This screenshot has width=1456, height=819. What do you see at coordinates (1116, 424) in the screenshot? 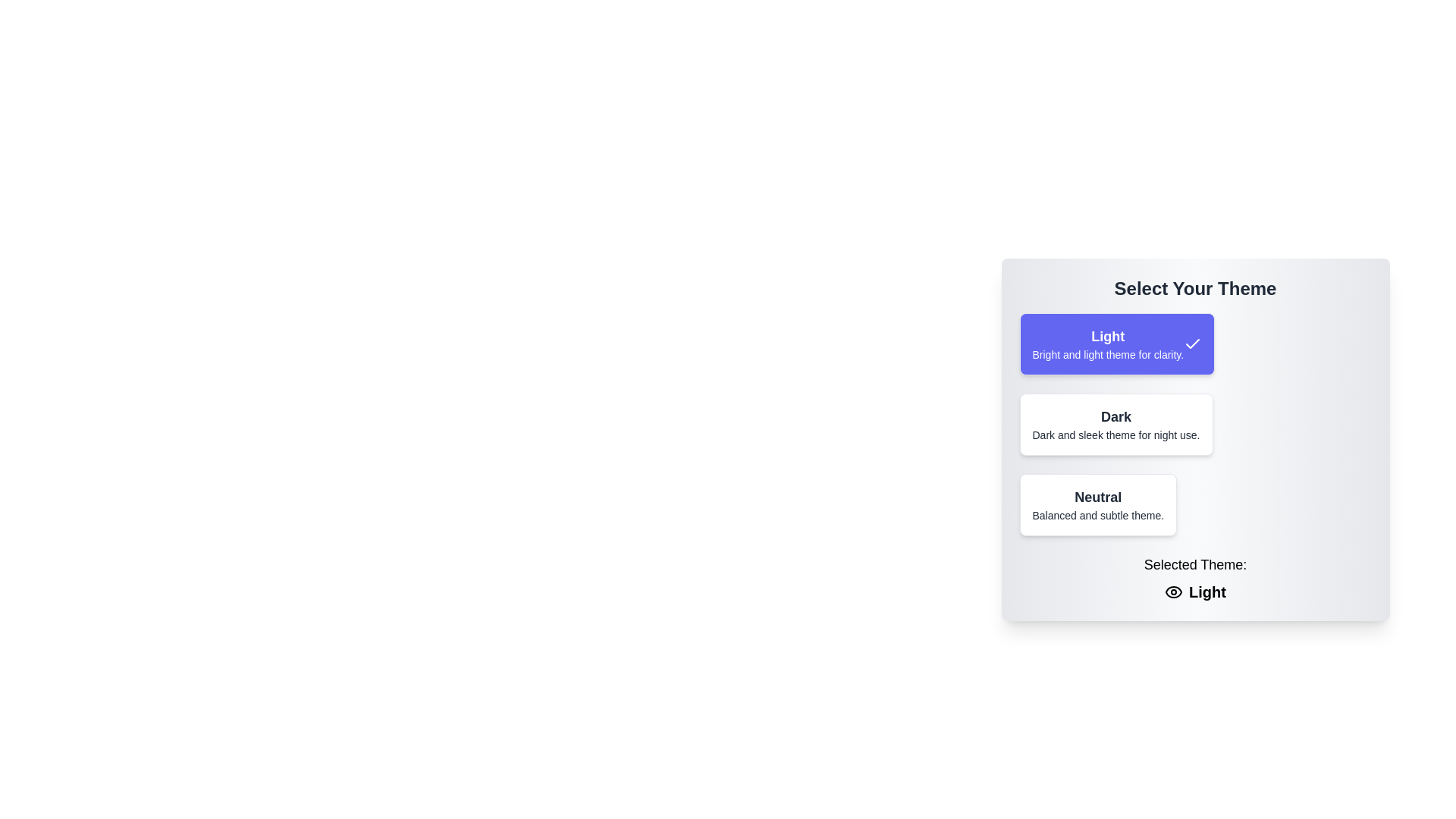
I see `the selectable card with a white background and bolded header 'Dark', positioned below the 'Light' theme card and above the 'Neutral' theme card in the theme selection list` at bounding box center [1116, 424].